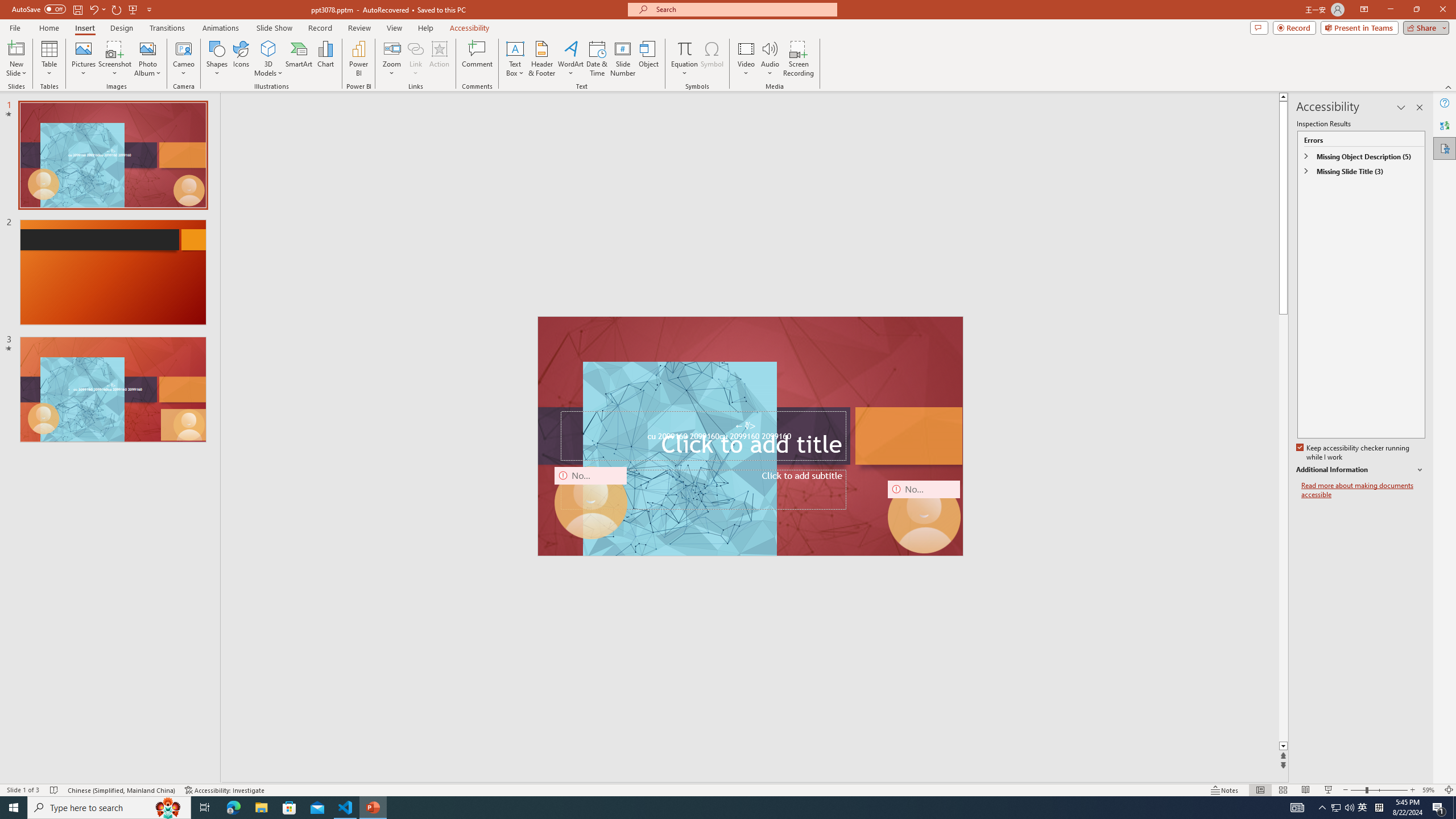 The height and width of the screenshot is (819, 1456). What do you see at coordinates (1430, 790) in the screenshot?
I see `'Zoom 59%'` at bounding box center [1430, 790].